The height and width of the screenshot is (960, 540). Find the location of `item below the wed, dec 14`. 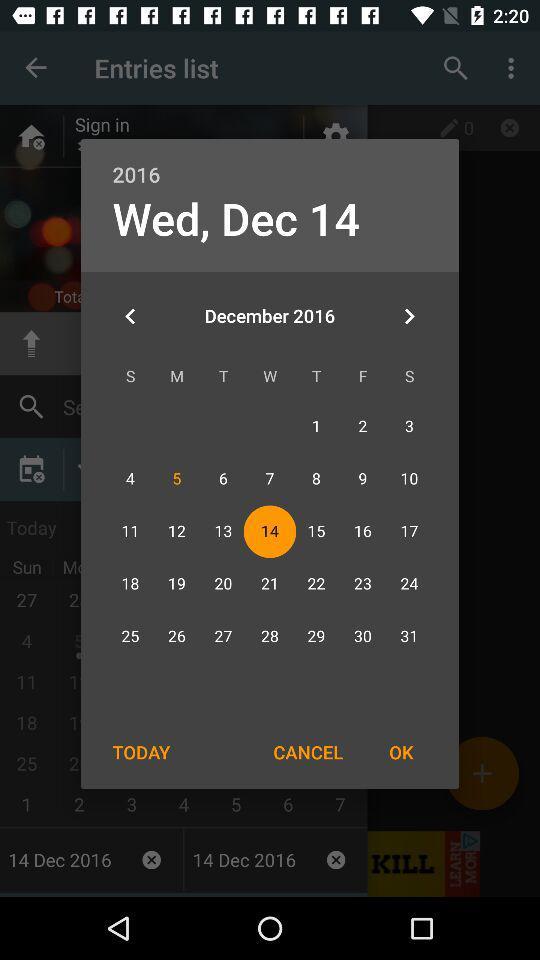

item below the wed, dec 14 is located at coordinates (130, 316).